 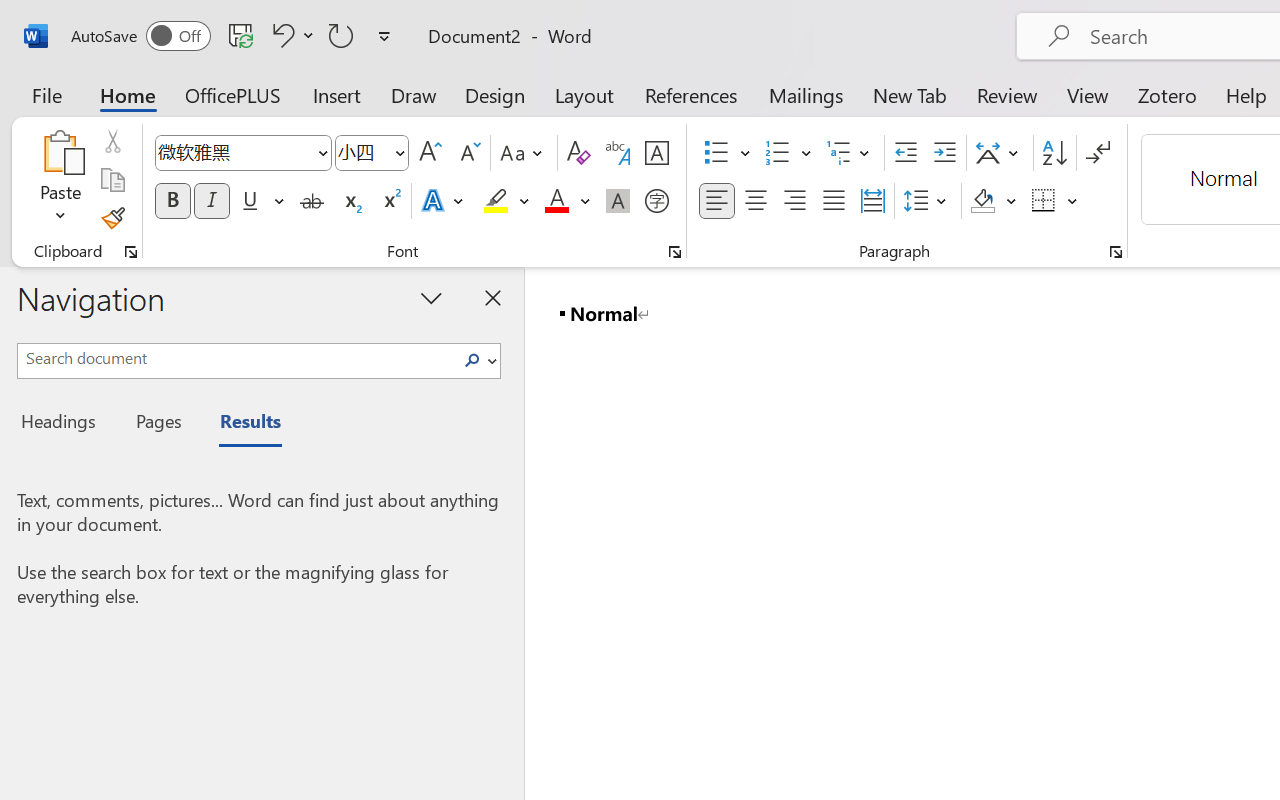 I want to click on 'Superscript', so click(x=390, y=201).